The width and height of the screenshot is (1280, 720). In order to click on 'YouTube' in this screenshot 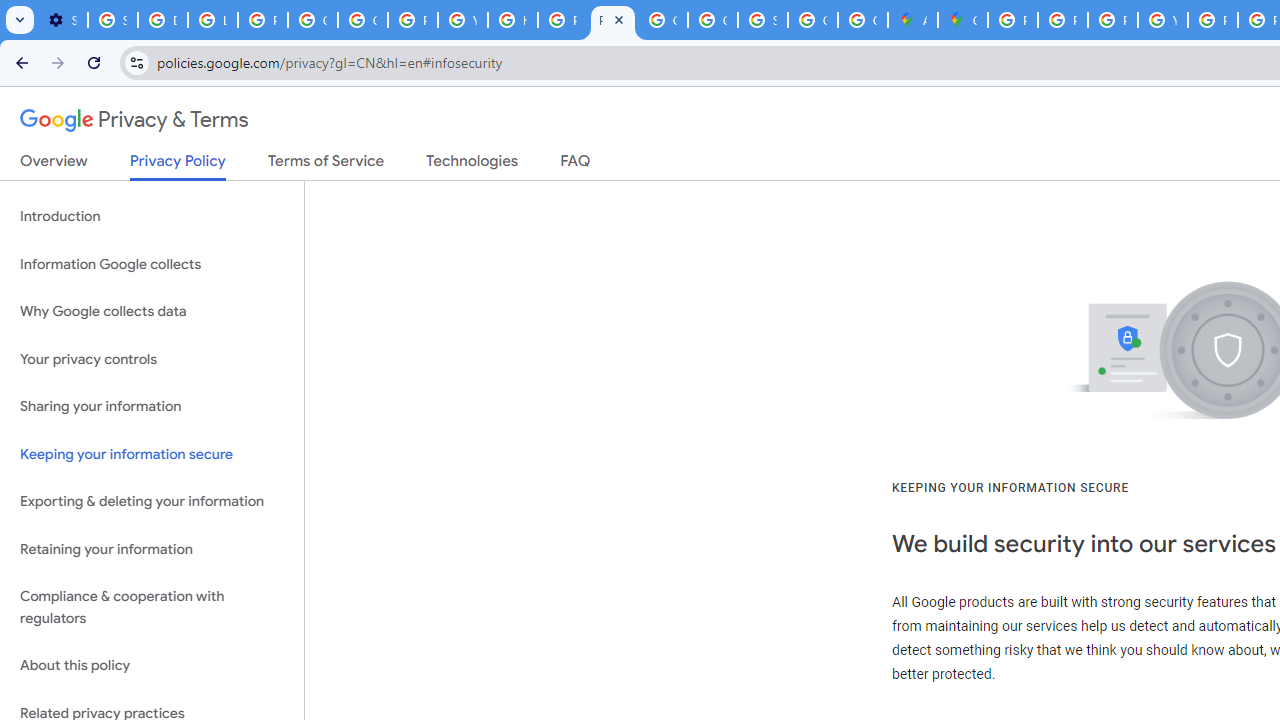, I will do `click(1162, 20)`.